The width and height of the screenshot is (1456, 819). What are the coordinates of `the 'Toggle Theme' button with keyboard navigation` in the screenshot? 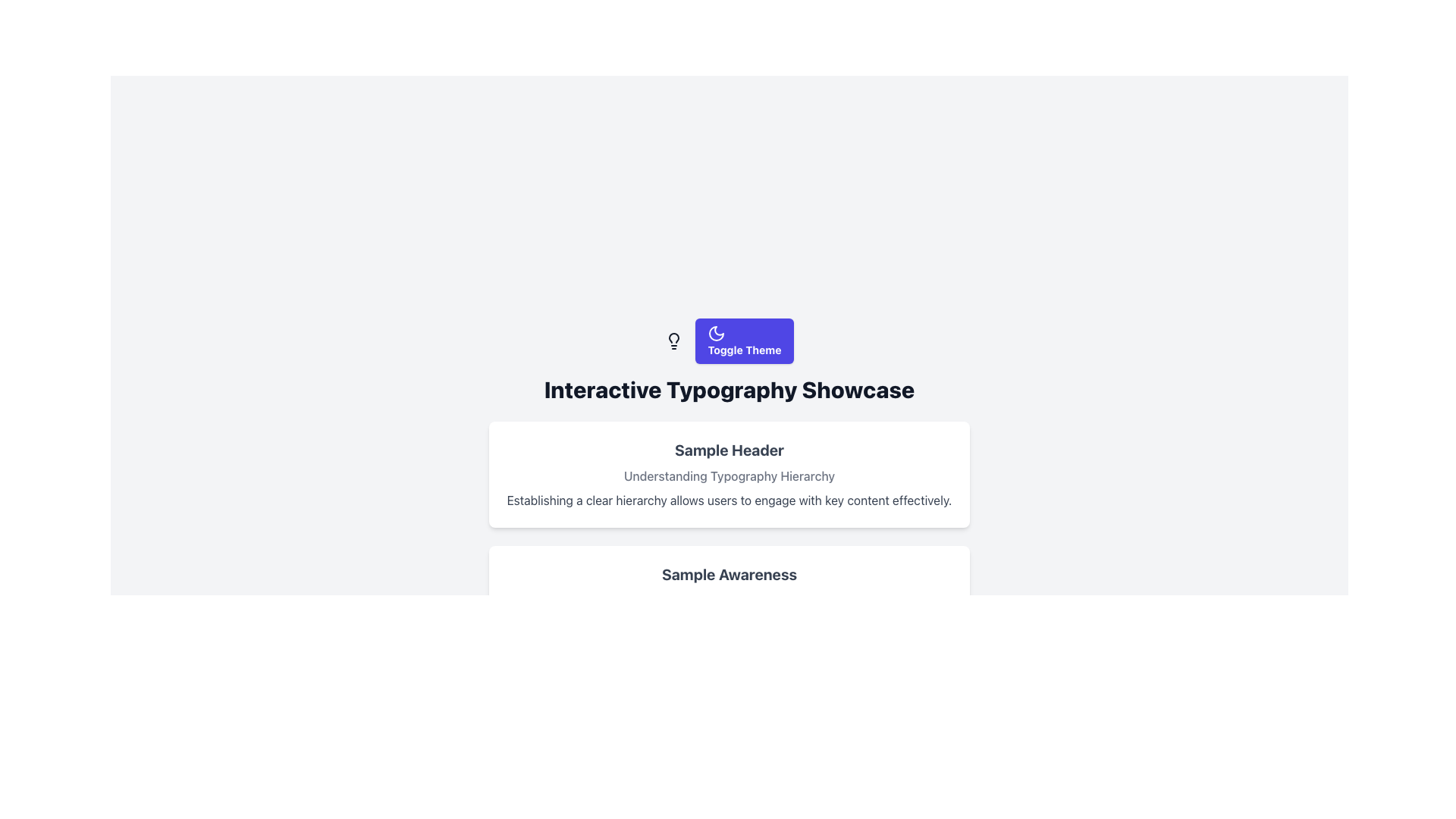 It's located at (745, 341).